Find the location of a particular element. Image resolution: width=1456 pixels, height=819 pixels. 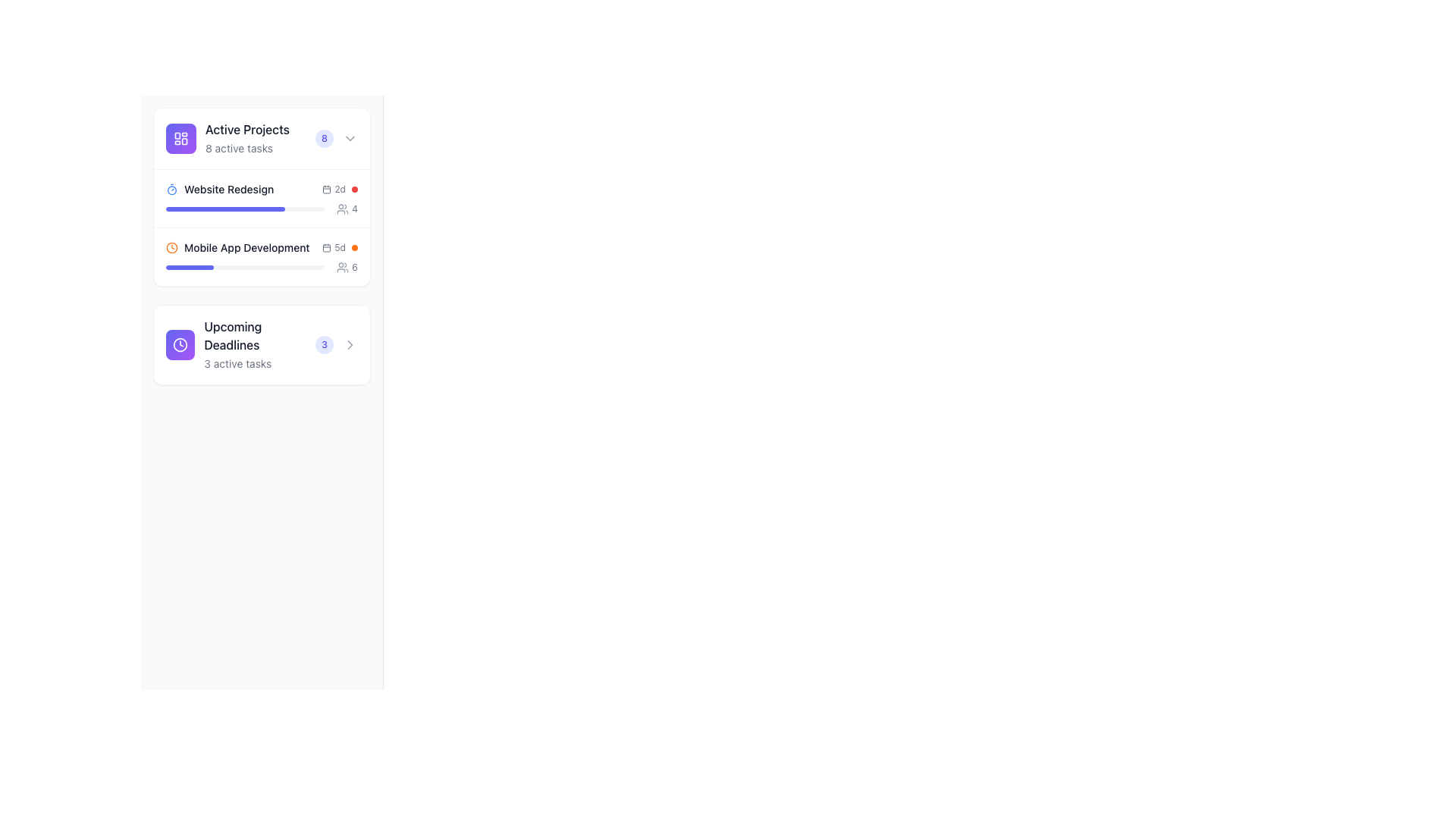

the timer details associated with the 'Website Redesign' project by clicking on the timer icon located to the left of the title text in the 'Website Redesign' section is located at coordinates (171, 189).